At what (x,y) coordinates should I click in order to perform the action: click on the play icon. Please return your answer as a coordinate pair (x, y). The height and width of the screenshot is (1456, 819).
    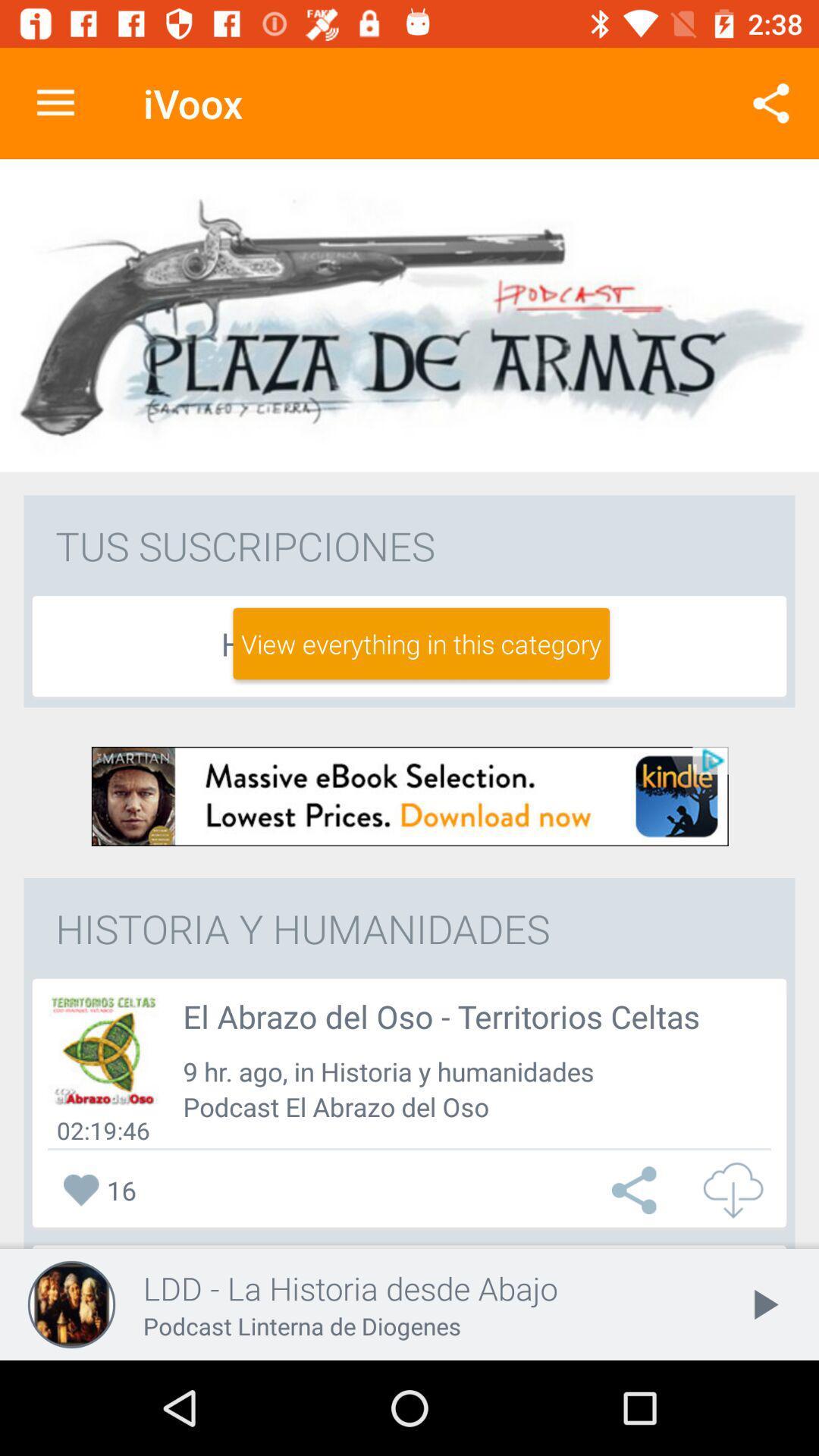
    Looking at the image, I should click on (763, 1304).